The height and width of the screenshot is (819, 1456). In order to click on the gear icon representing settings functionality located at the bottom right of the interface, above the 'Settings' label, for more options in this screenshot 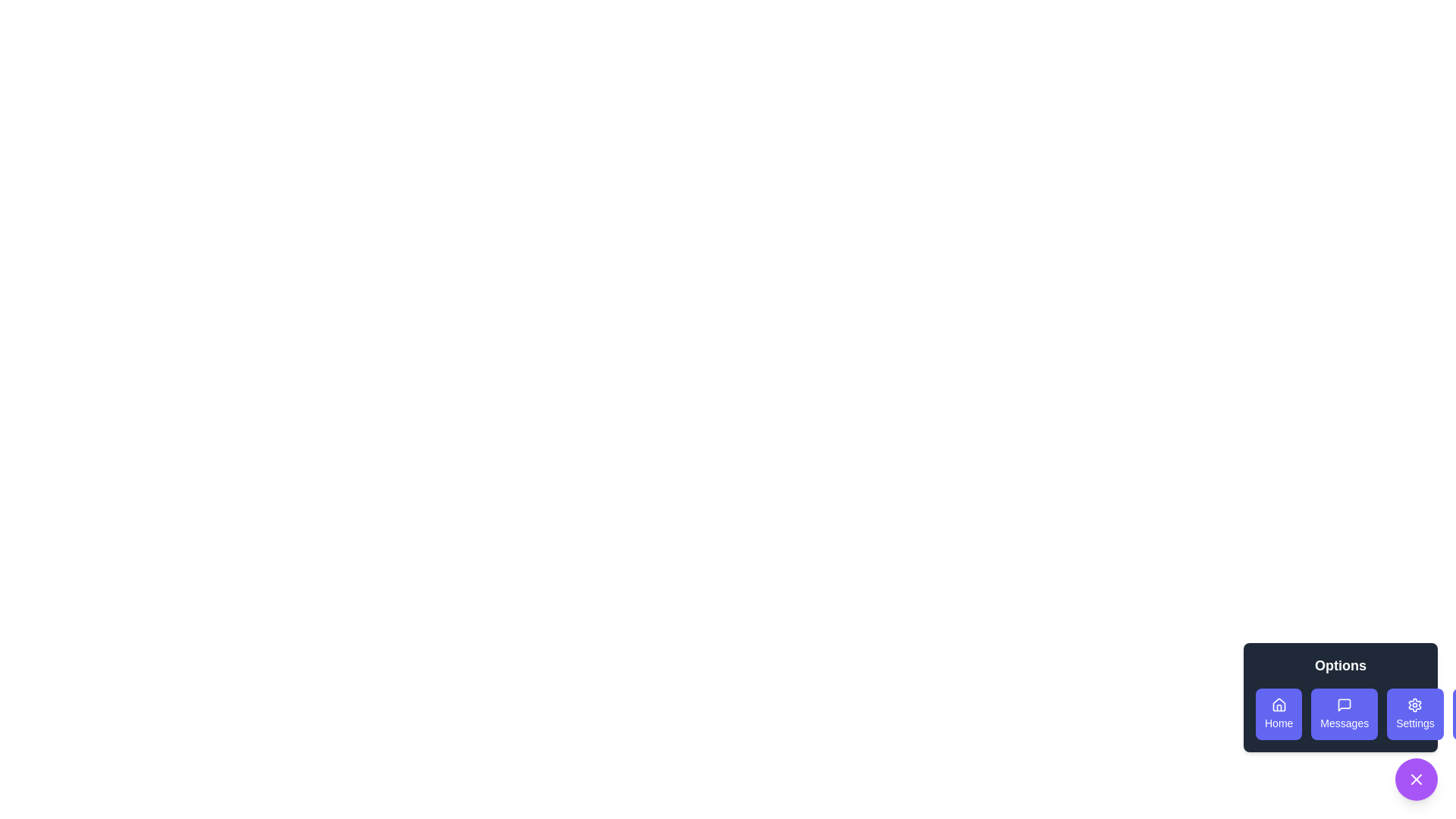, I will do `click(1414, 704)`.